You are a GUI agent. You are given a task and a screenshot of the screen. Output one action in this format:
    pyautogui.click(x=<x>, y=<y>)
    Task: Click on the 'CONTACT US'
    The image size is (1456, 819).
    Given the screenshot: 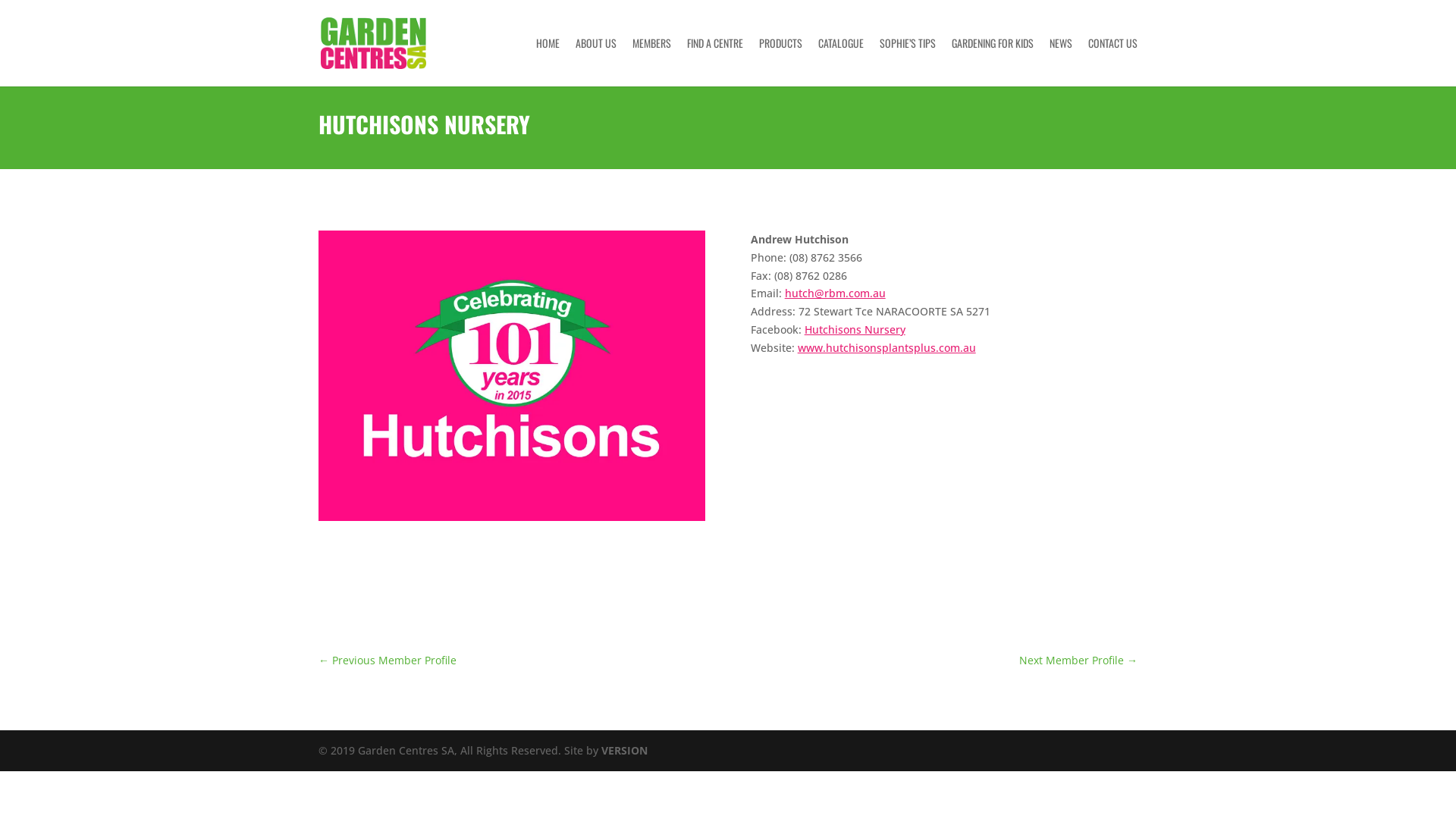 What is the action you would take?
    pyautogui.click(x=1112, y=61)
    